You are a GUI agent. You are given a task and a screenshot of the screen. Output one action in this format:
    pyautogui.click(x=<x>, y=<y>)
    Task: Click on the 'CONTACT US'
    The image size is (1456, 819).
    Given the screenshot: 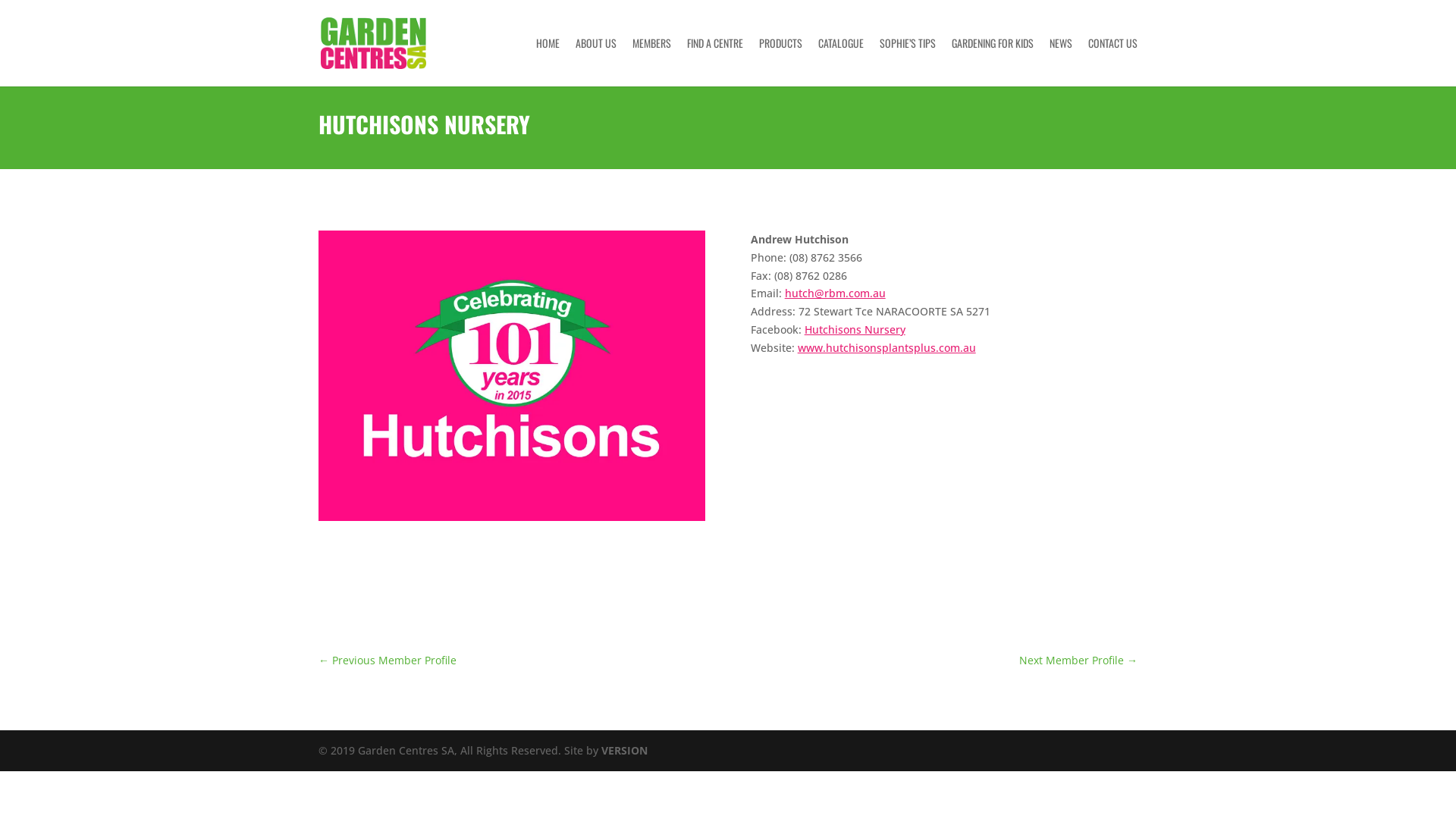 What is the action you would take?
    pyautogui.click(x=1112, y=61)
    